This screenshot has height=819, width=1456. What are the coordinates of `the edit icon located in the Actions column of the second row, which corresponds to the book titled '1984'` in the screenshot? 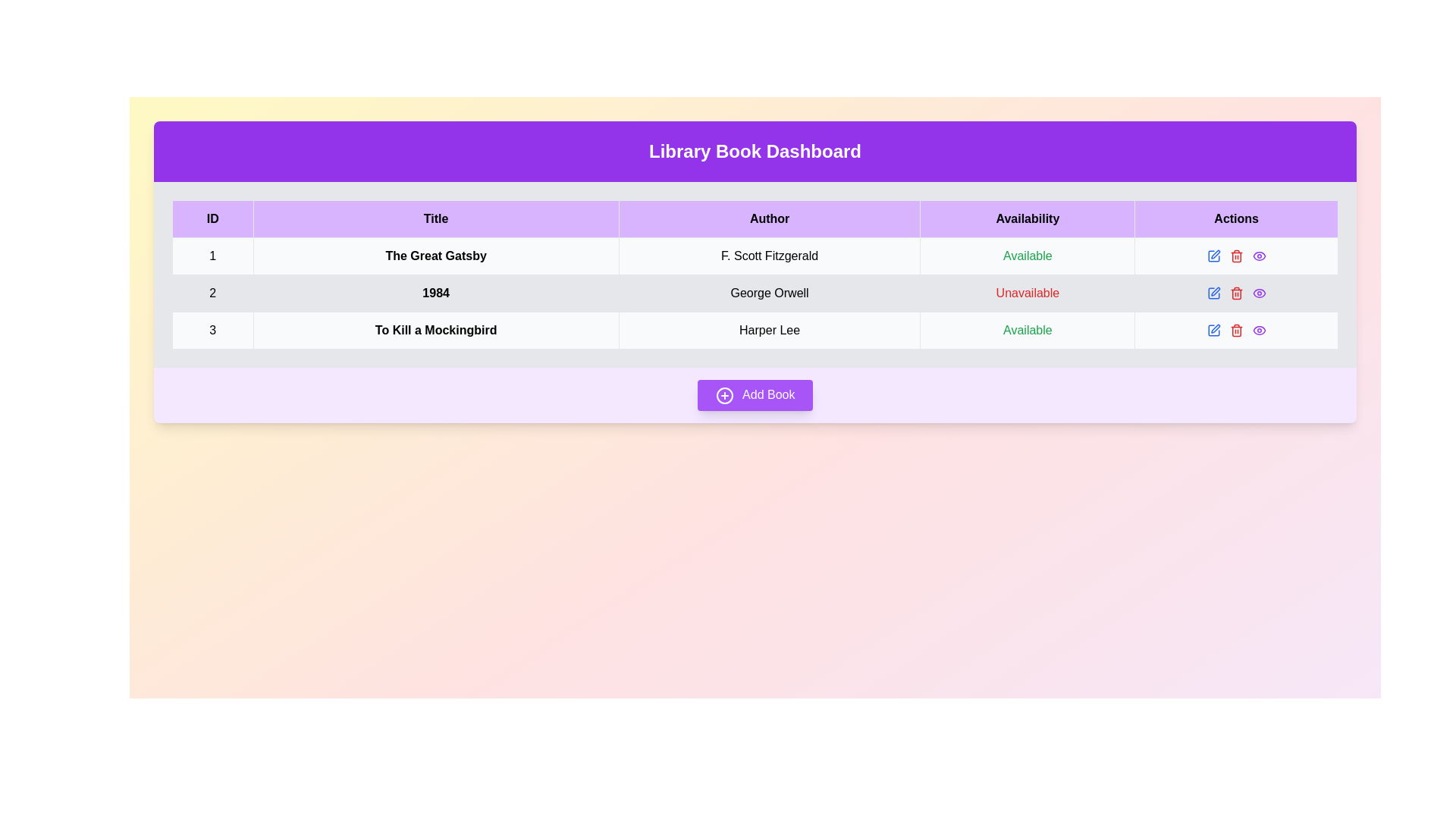 It's located at (1216, 291).